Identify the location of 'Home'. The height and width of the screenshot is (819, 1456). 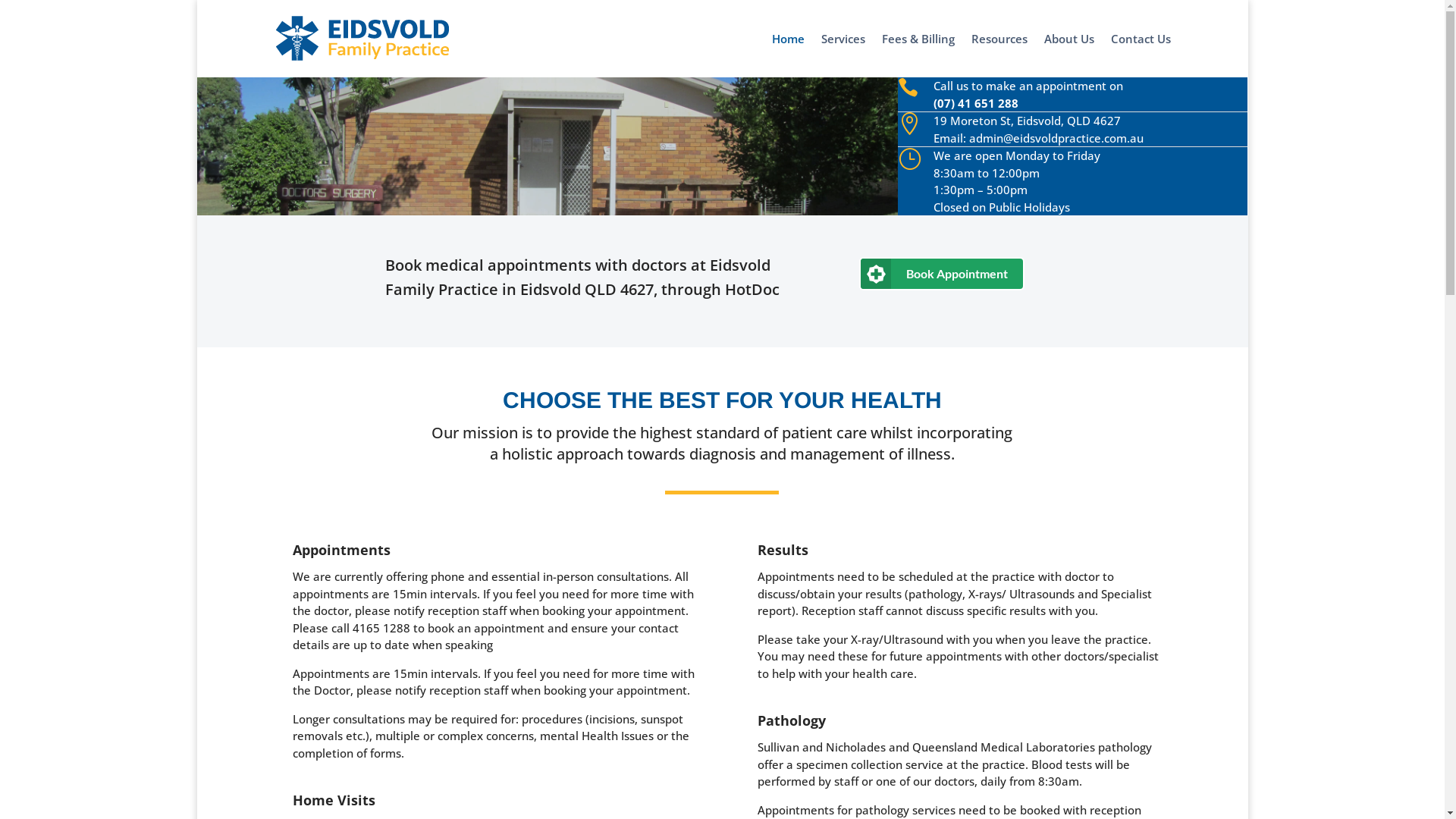
(788, 55).